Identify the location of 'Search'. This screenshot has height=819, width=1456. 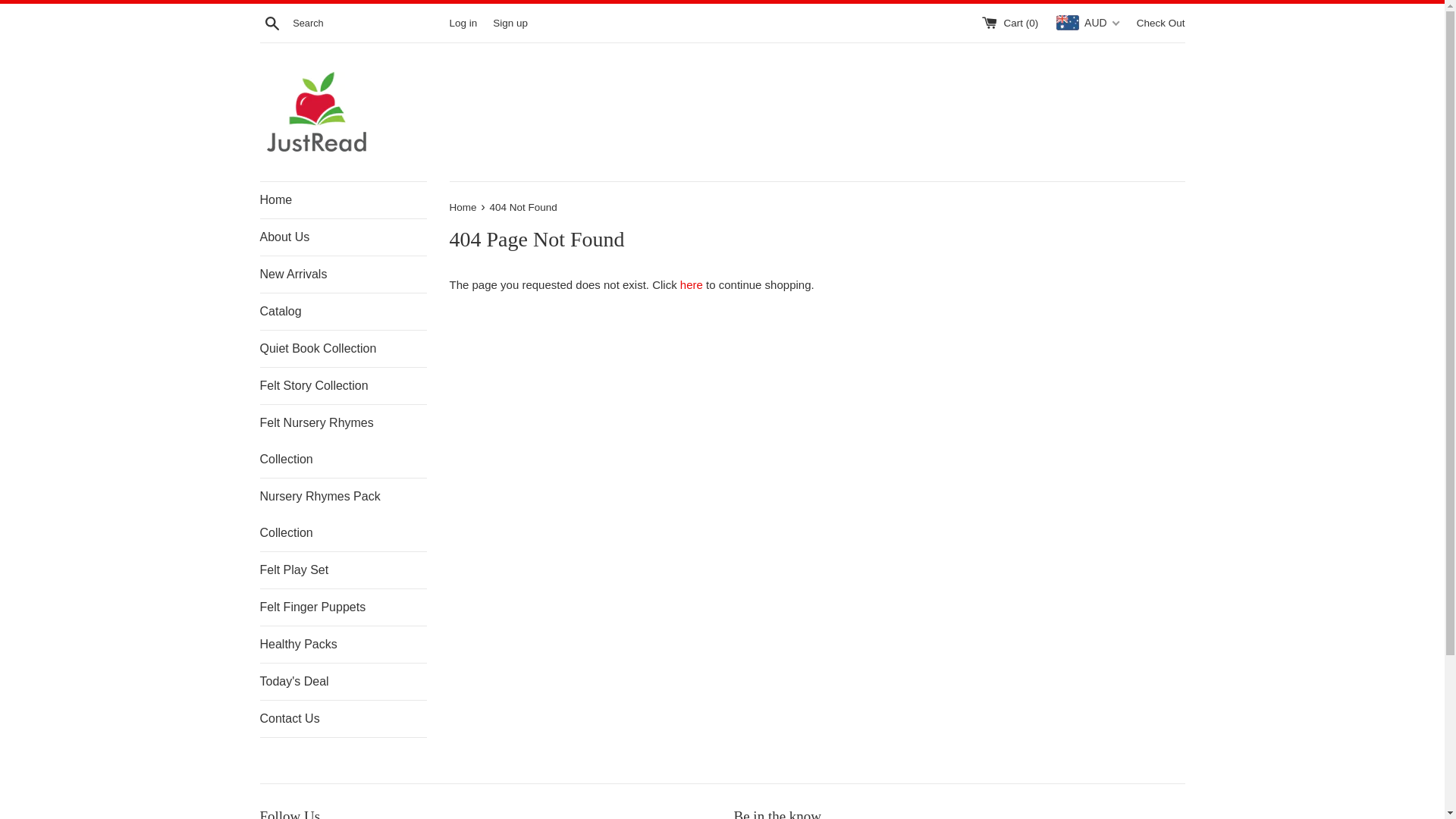
(271, 22).